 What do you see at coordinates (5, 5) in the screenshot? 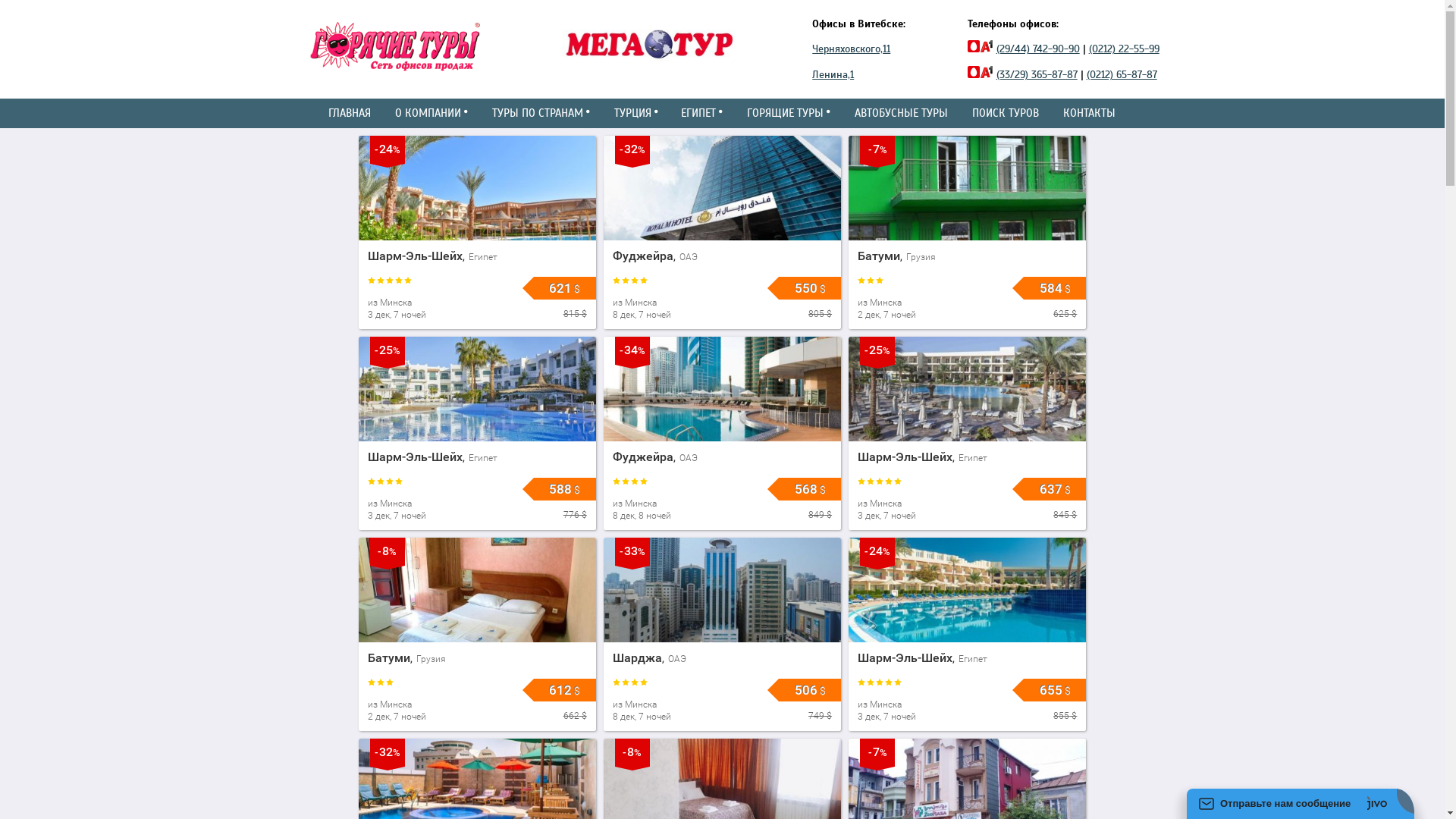
I see `'88.81'` at bounding box center [5, 5].